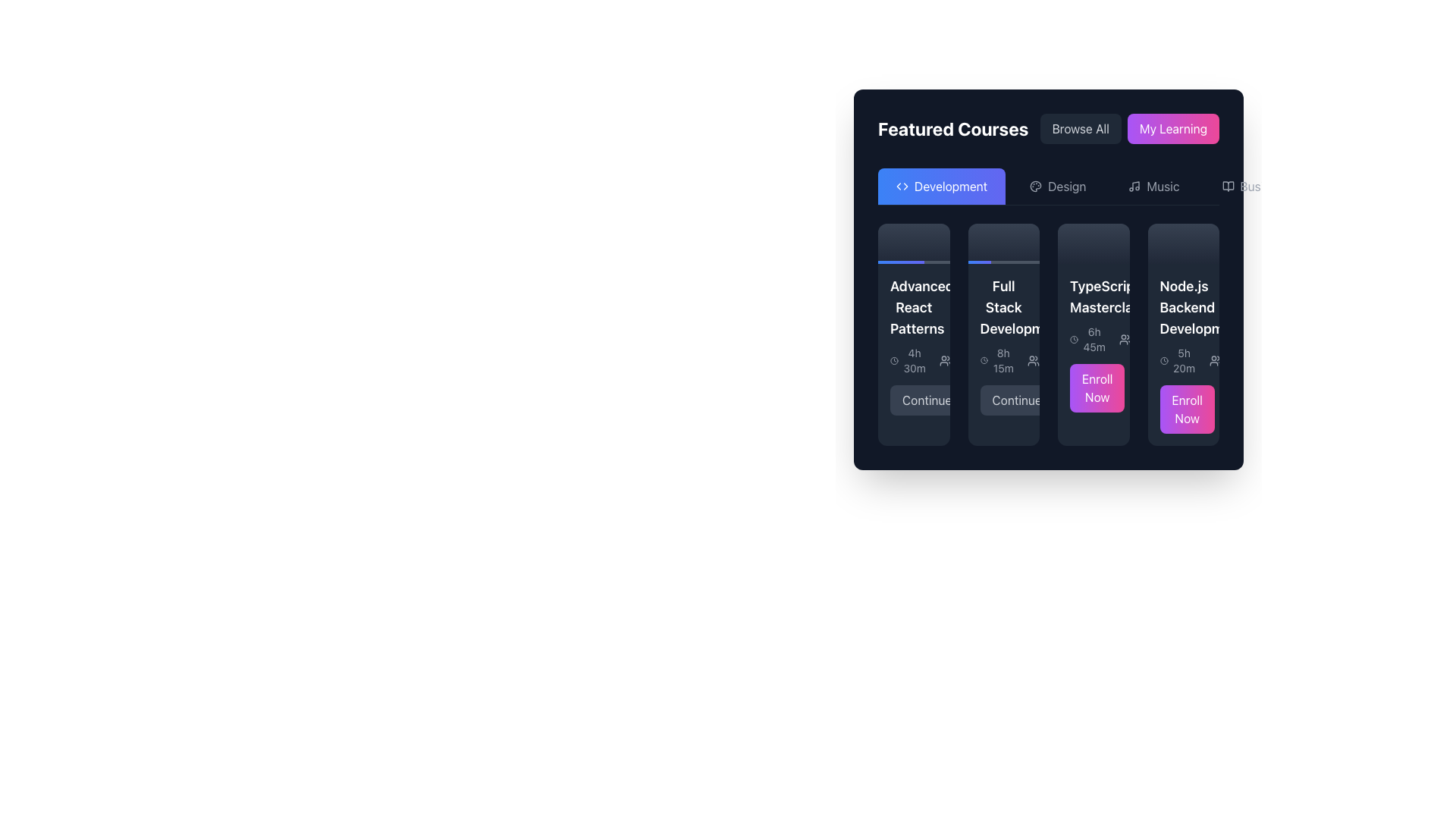 The height and width of the screenshot is (819, 1456). What do you see at coordinates (1003, 334) in the screenshot?
I see `the progress bar within the course module card located in the 'Featured Courses' section, specifically the second card between 'Advanced React Patterns' and 'TypeScript Masterclass'` at bounding box center [1003, 334].